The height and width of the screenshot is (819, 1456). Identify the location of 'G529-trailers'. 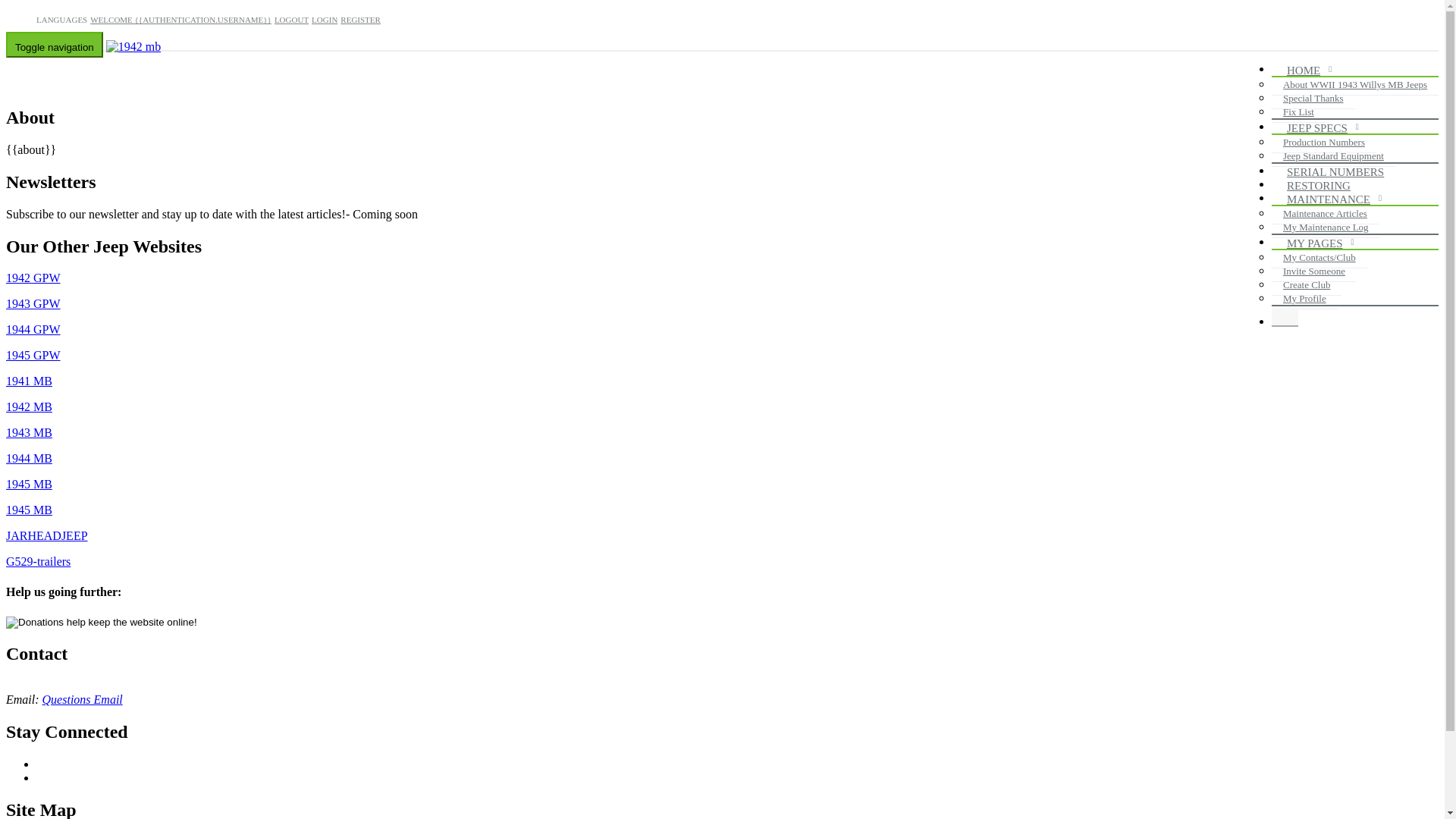
(6, 561).